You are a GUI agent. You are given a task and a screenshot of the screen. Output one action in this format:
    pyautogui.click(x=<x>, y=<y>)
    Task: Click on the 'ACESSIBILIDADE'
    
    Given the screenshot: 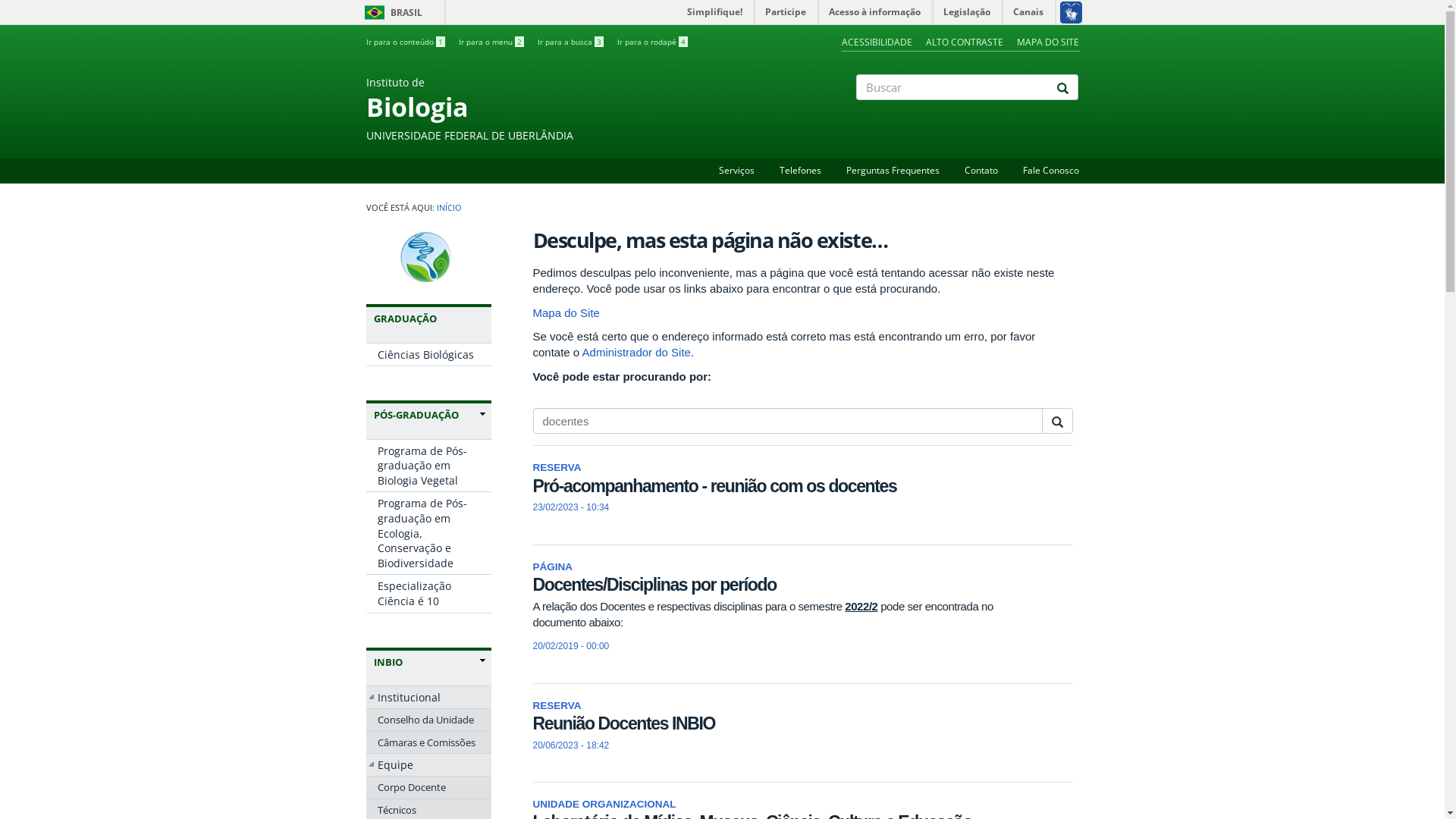 What is the action you would take?
    pyautogui.click(x=877, y=41)
    